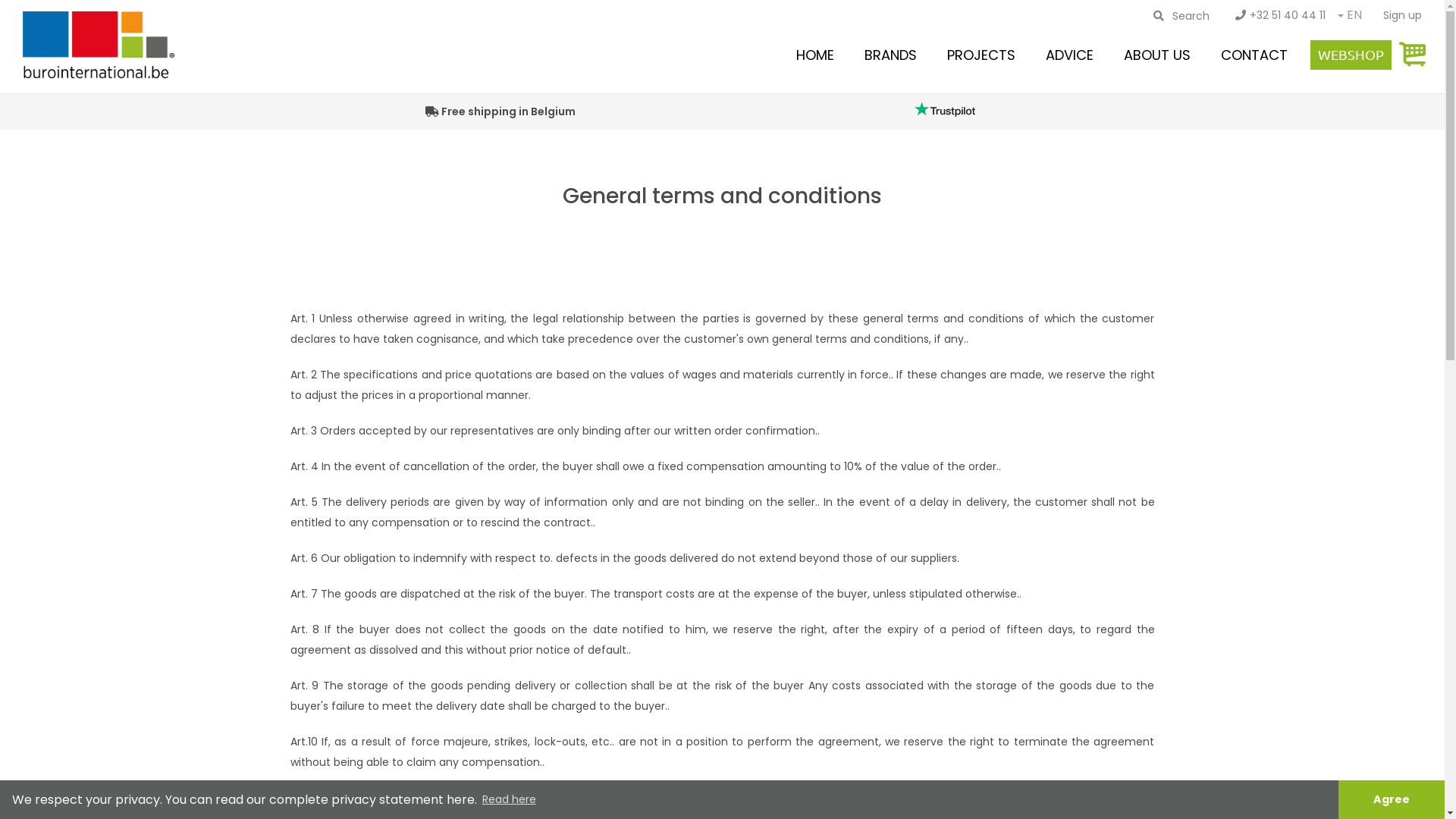 The width and height of the screenshot is (1456, 819). I want to click on '+32 51 40 44 11', so click(1223, 14).